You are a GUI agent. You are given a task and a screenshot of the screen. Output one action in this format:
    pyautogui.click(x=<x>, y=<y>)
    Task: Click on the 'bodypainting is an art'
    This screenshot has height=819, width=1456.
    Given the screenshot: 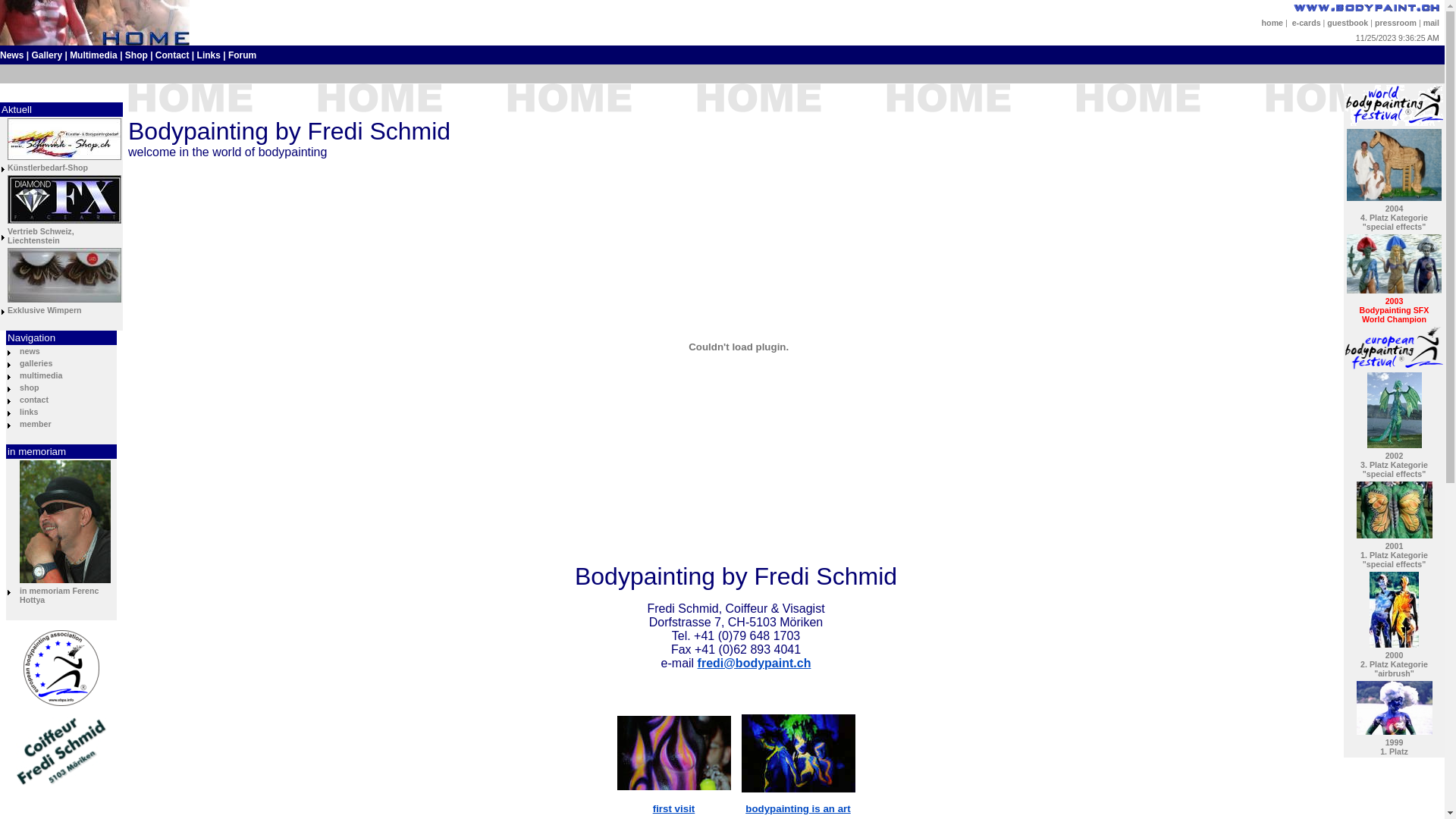 What is the action you would take?
    pyautogui.click(x=745, y=808)
    